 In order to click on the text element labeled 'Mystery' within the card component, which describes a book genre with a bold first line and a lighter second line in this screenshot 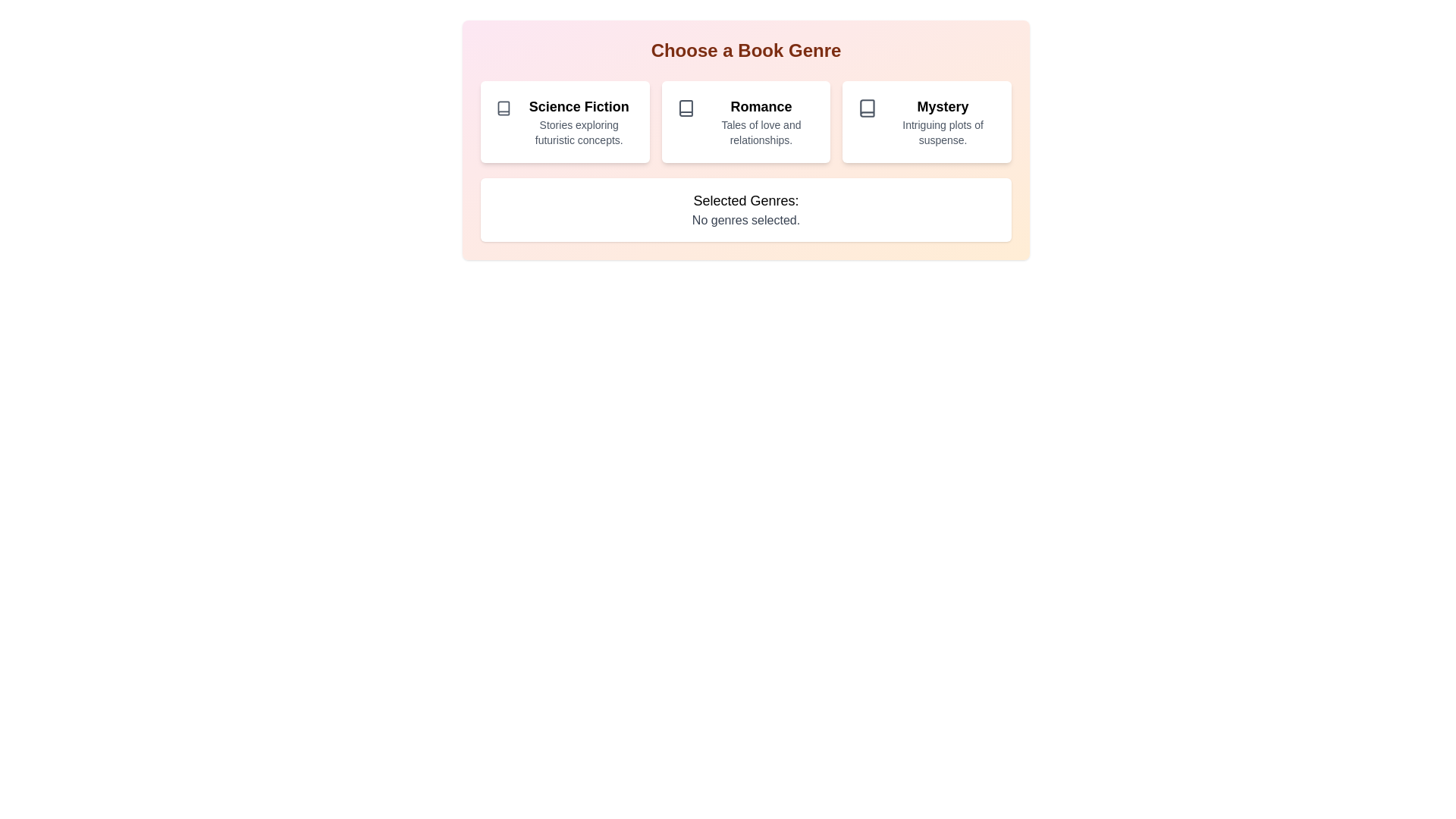, I will do `click(942, 121)`.